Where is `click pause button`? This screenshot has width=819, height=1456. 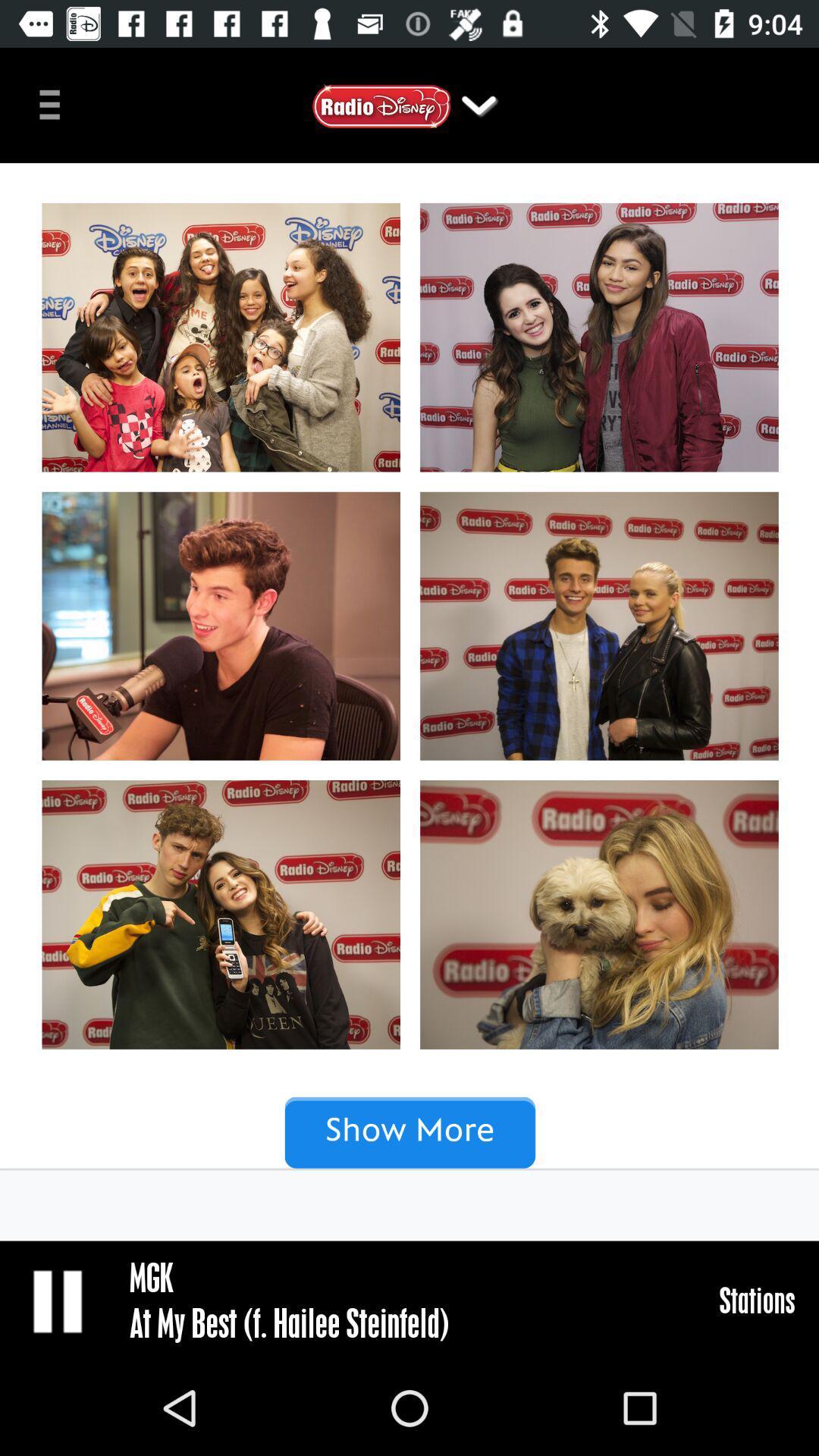 click pause button is located at coordinates (58, 1300).